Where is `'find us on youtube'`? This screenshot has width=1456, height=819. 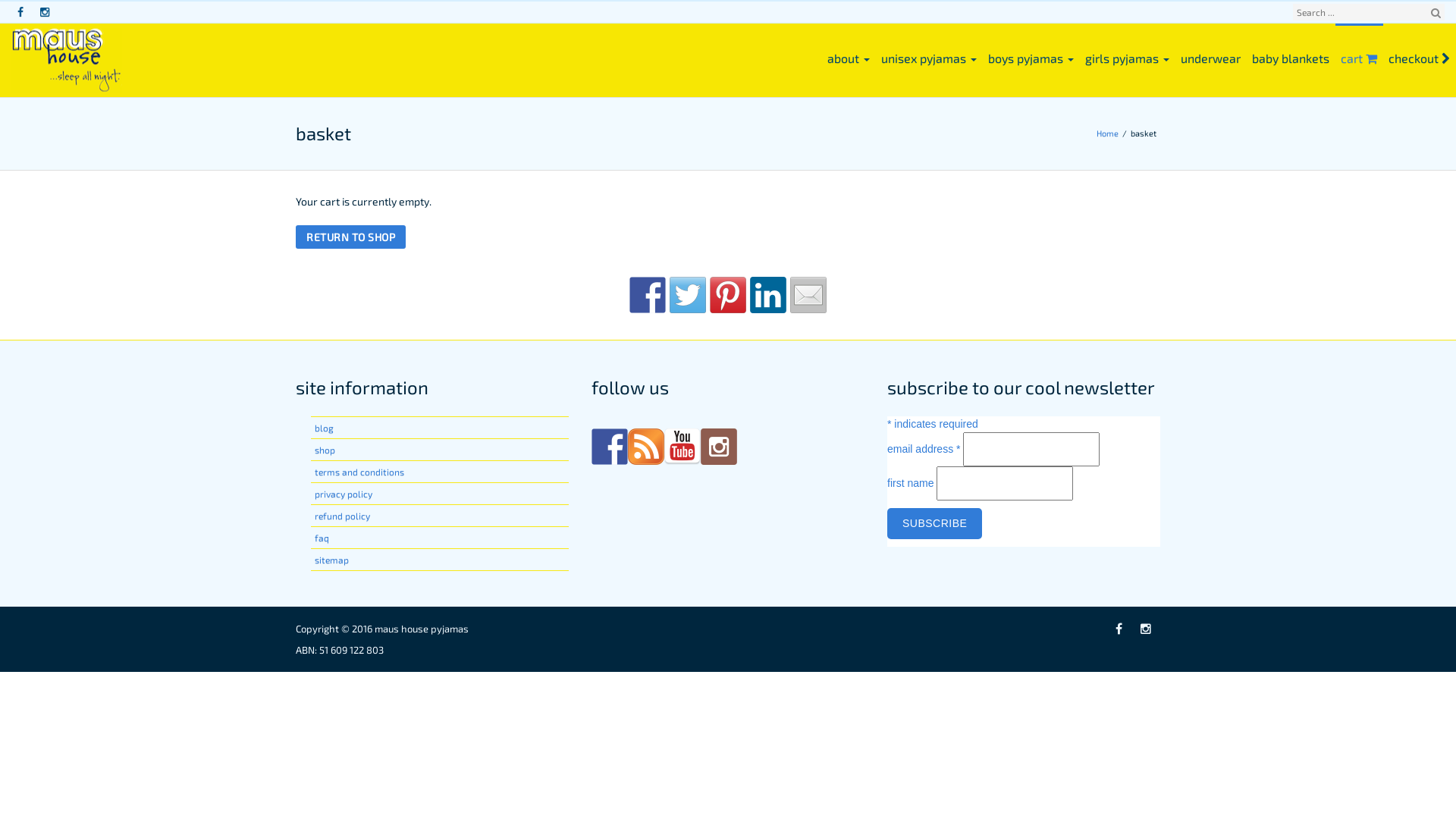 'find us on youtube' is located at coordinates (664, 446).